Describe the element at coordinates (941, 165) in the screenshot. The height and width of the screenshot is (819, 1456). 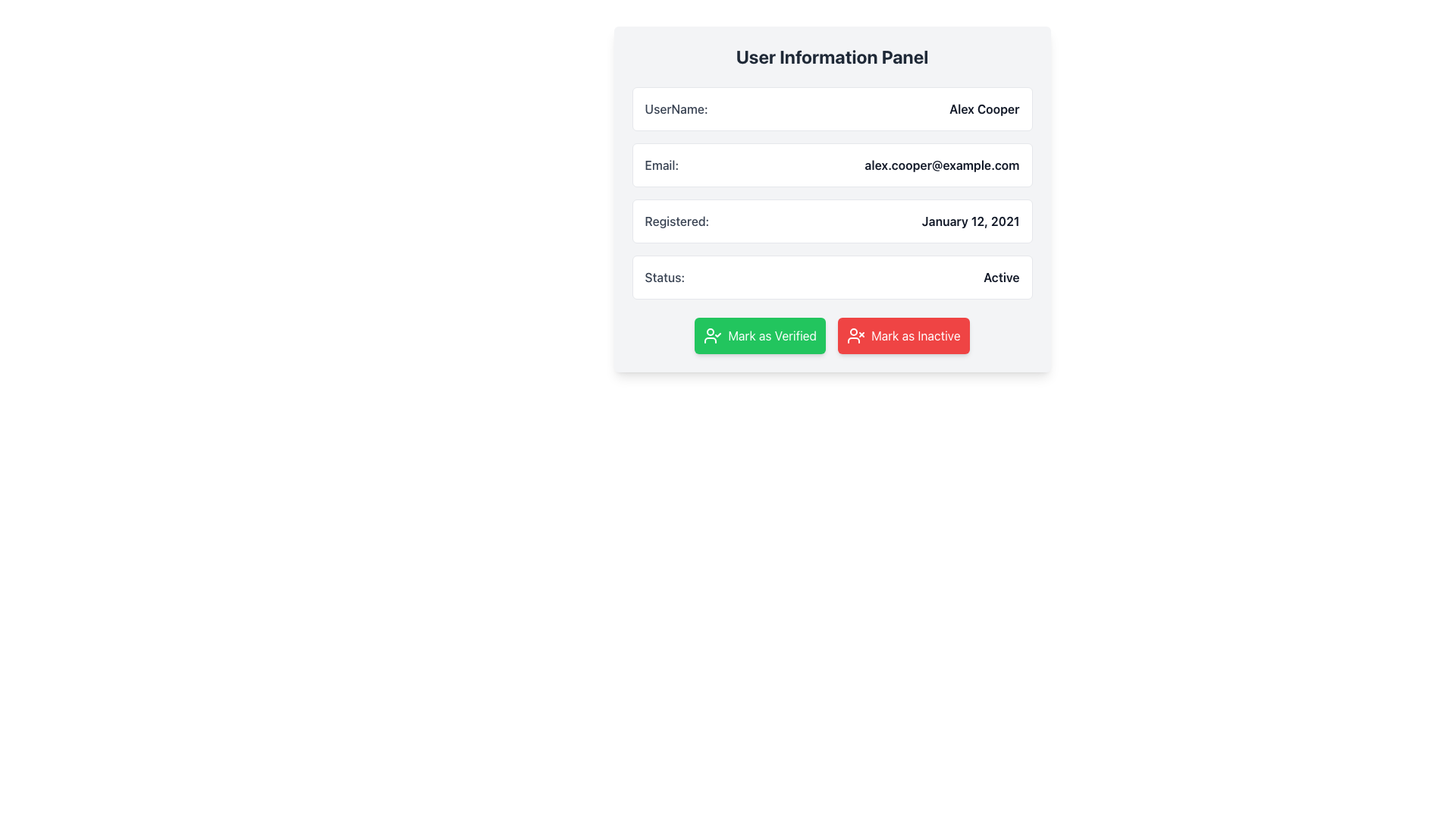
I see `the email address display element located to the right of the 'Email:' label in the user detail panel` at that location.